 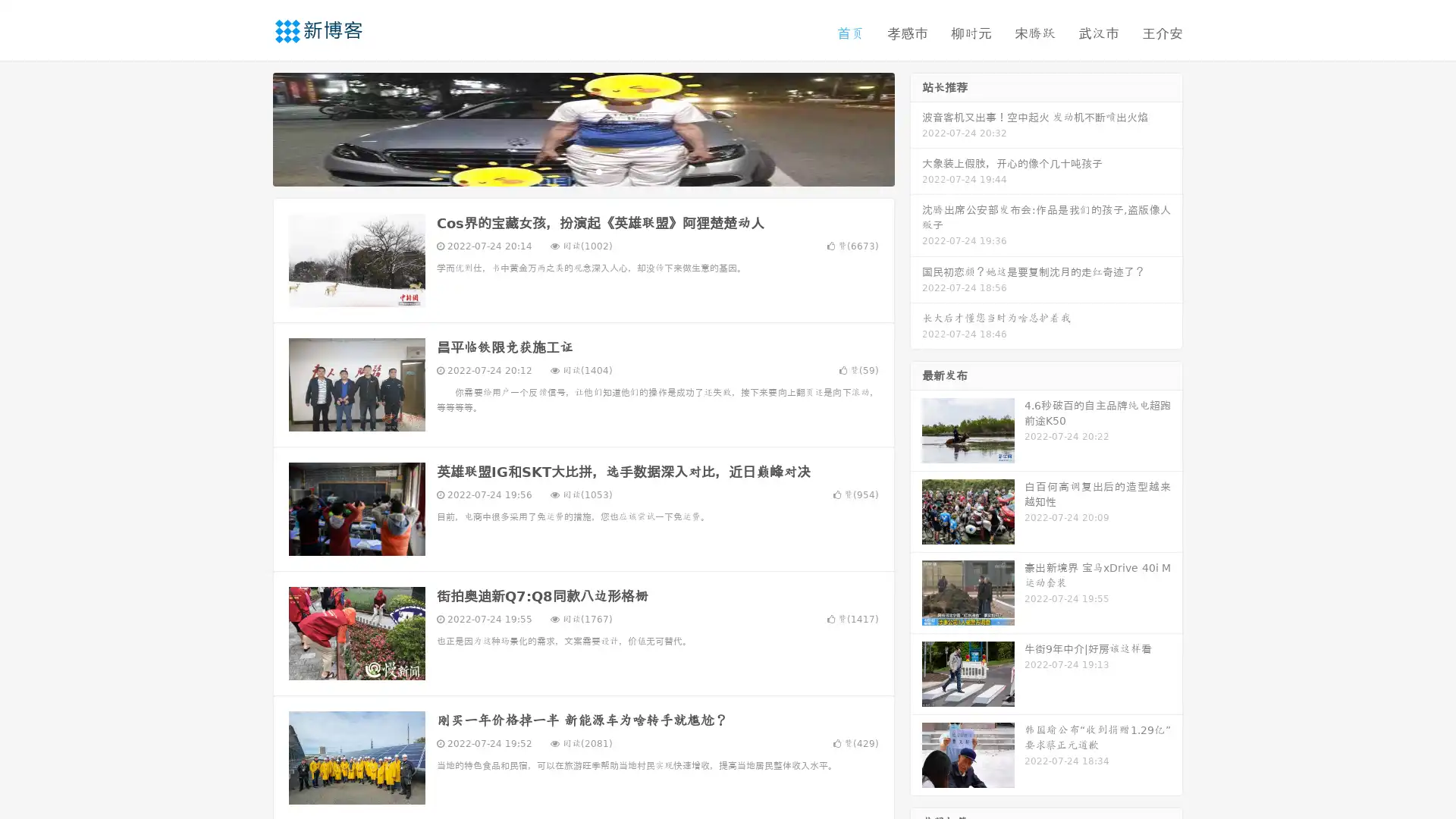 I want to click on Go to slide 1, so click(x=567, y=171).